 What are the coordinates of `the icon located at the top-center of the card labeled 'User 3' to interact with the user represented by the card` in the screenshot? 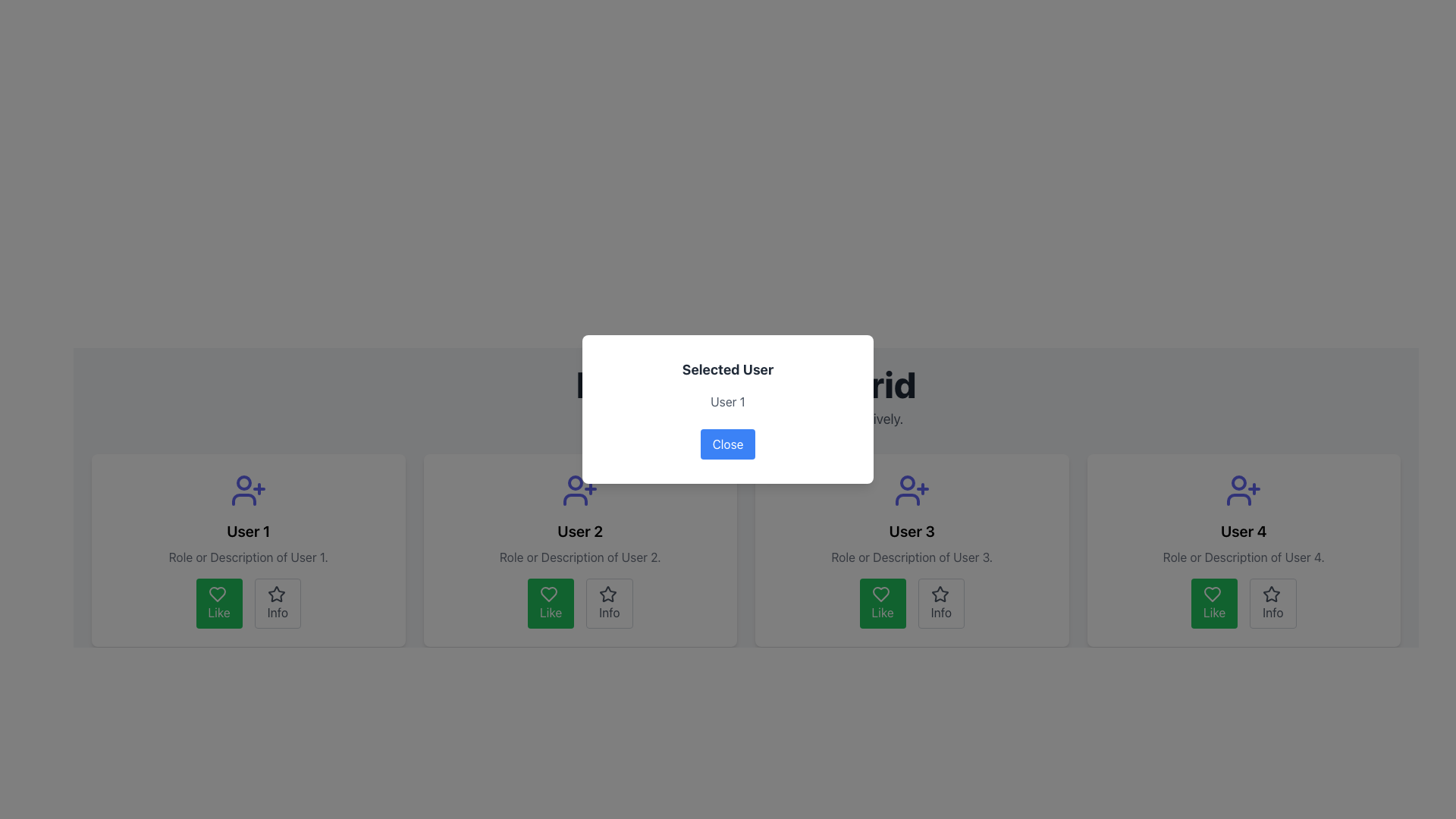 It's located at (911, 491).